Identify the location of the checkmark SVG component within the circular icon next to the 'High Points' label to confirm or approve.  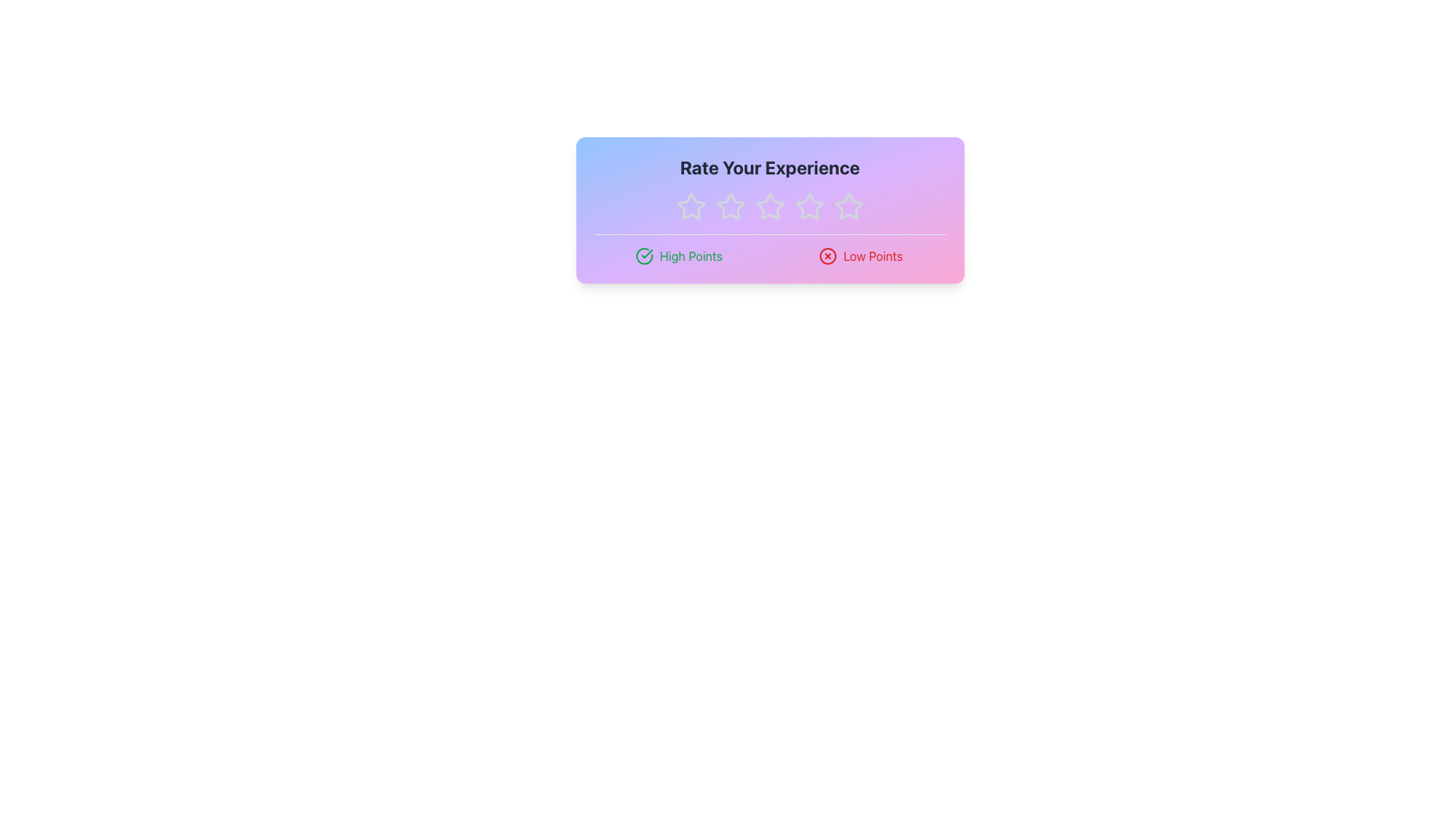
(647, 253).